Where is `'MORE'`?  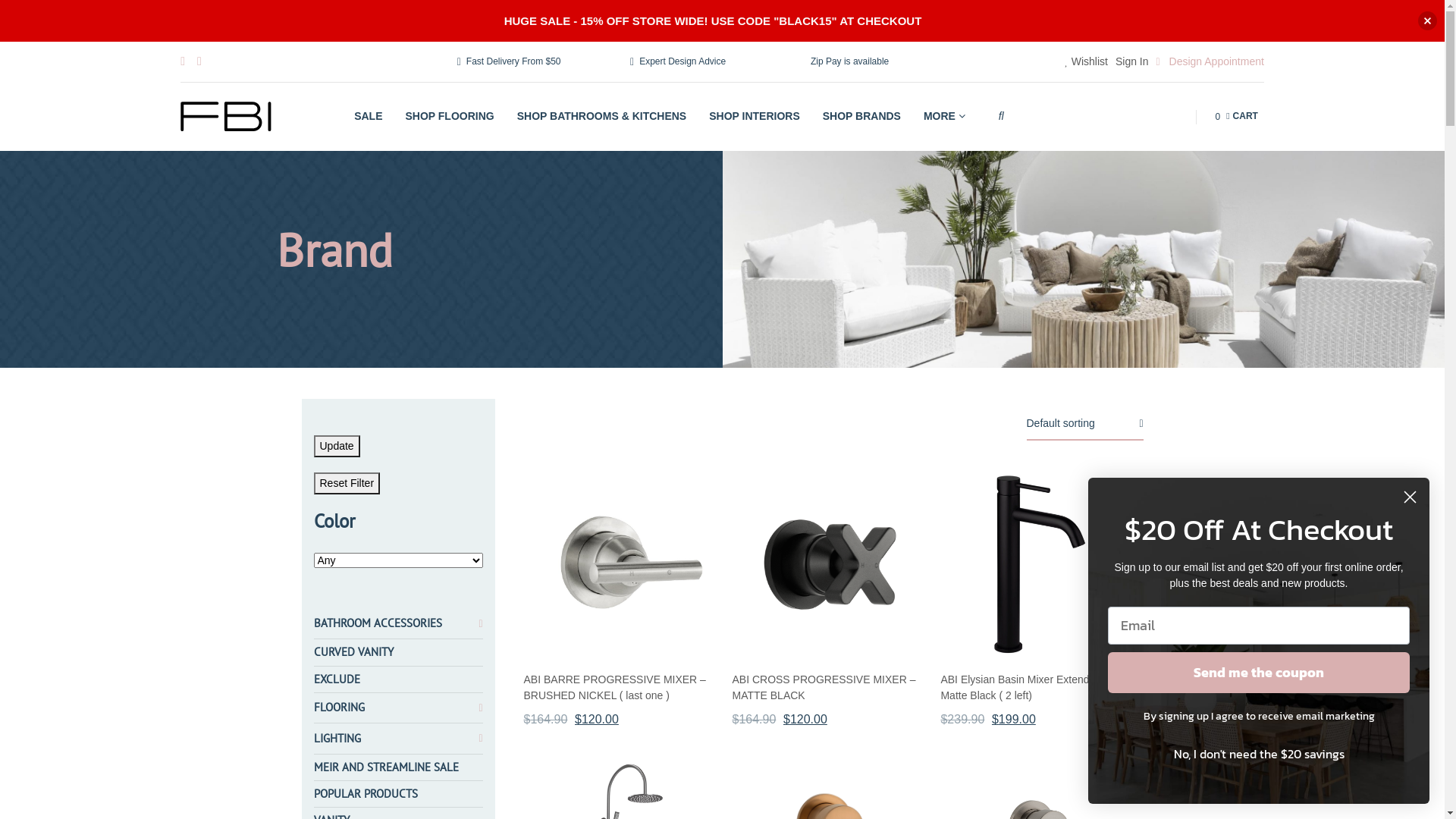
'MORE' is located at coordinates (916, 116).